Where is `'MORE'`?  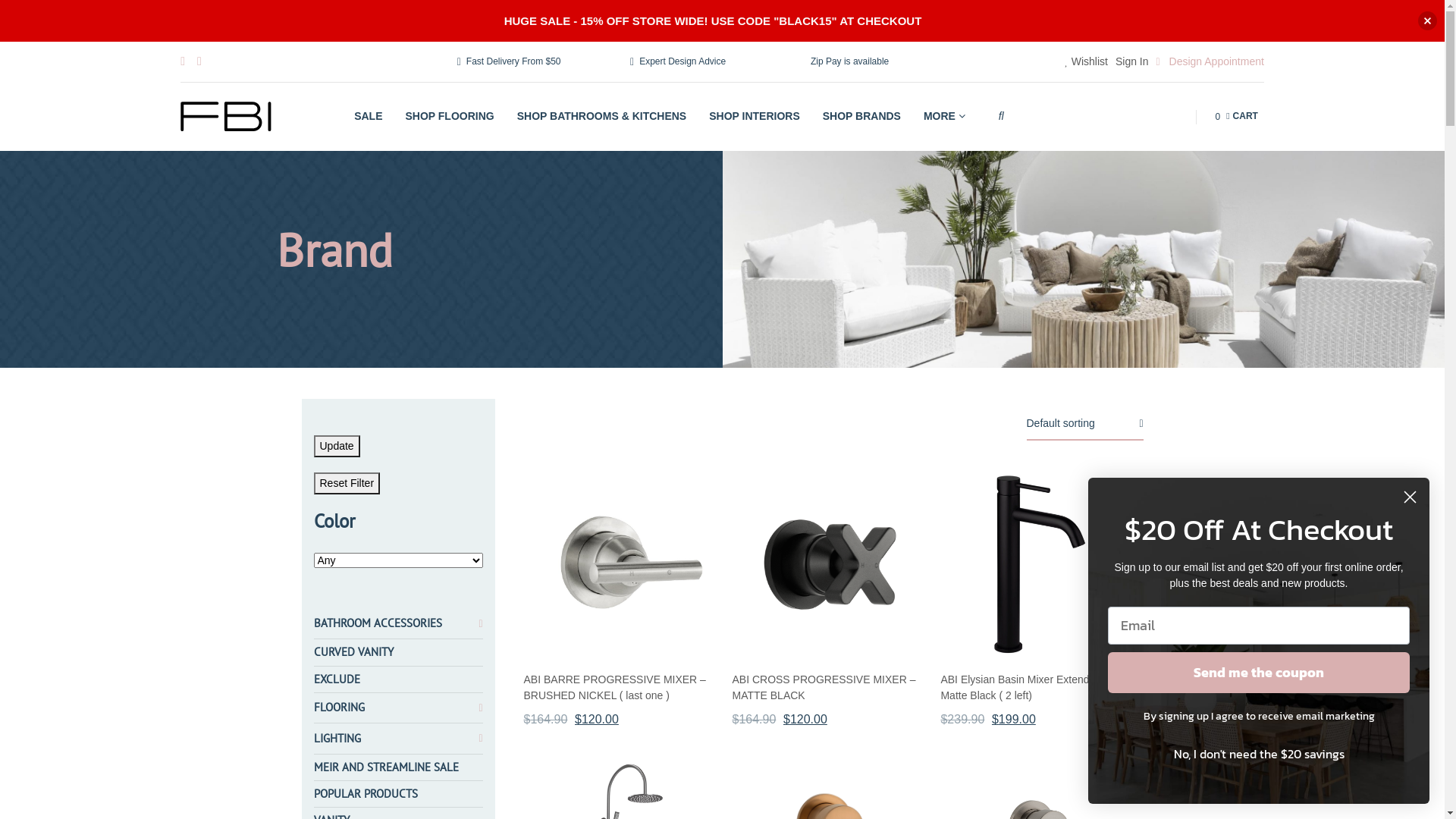
'MORE' is located at coordinates (916, 116).